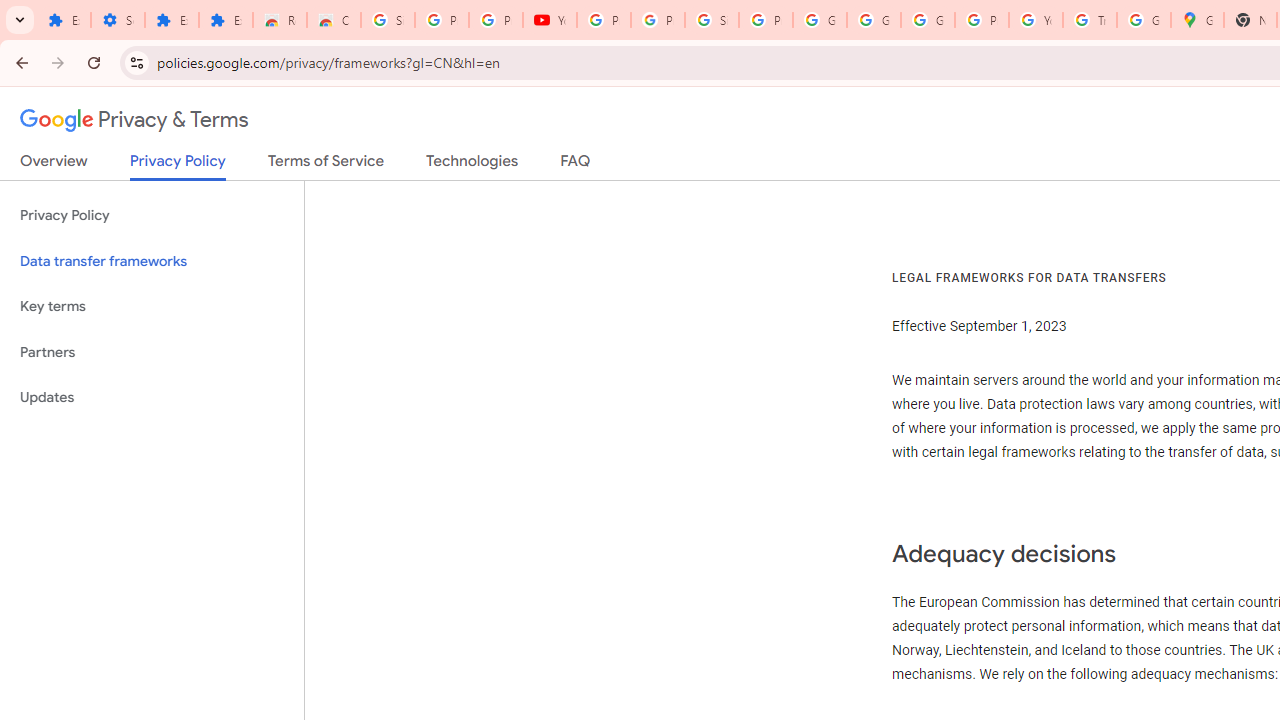 Image resolution: width=1280 pixels, height=720 pixels. I want to click on 'Extensions', so click(225, 20).